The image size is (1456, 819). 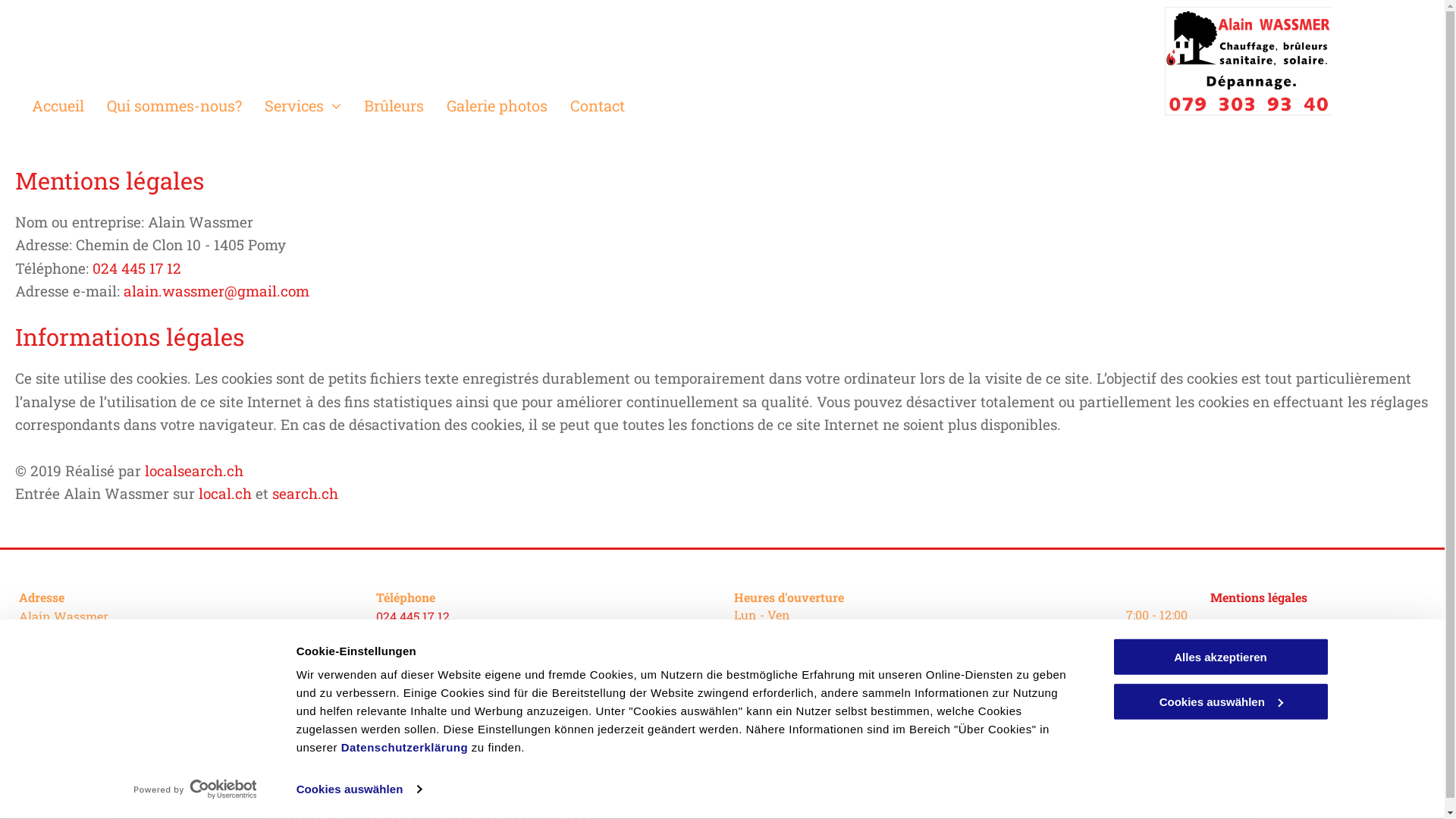 I want to click on 'Accueil', so click(x=68, y=104).